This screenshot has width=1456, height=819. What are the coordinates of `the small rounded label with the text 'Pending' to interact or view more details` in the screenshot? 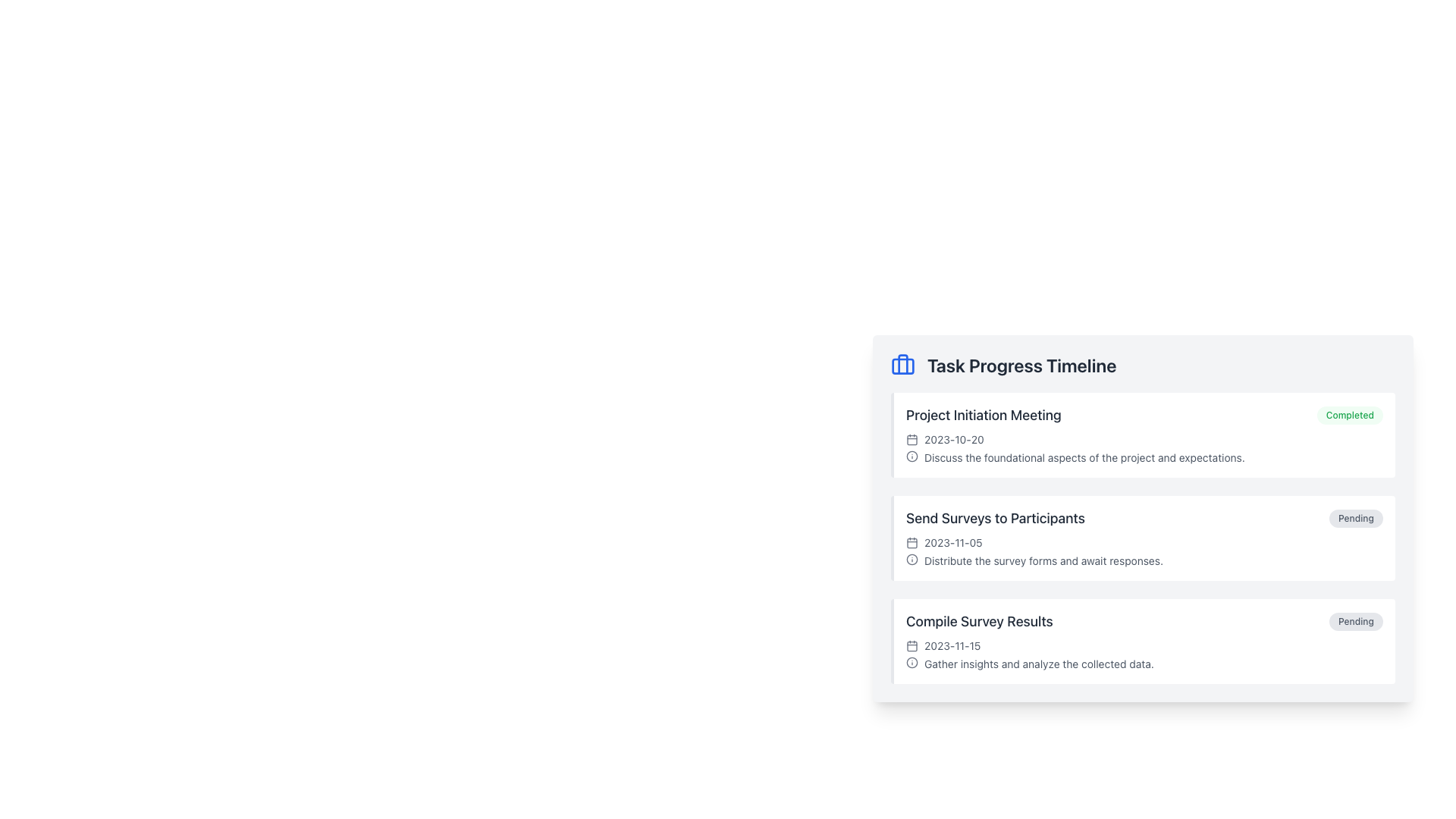 It's located at (1356, 622).